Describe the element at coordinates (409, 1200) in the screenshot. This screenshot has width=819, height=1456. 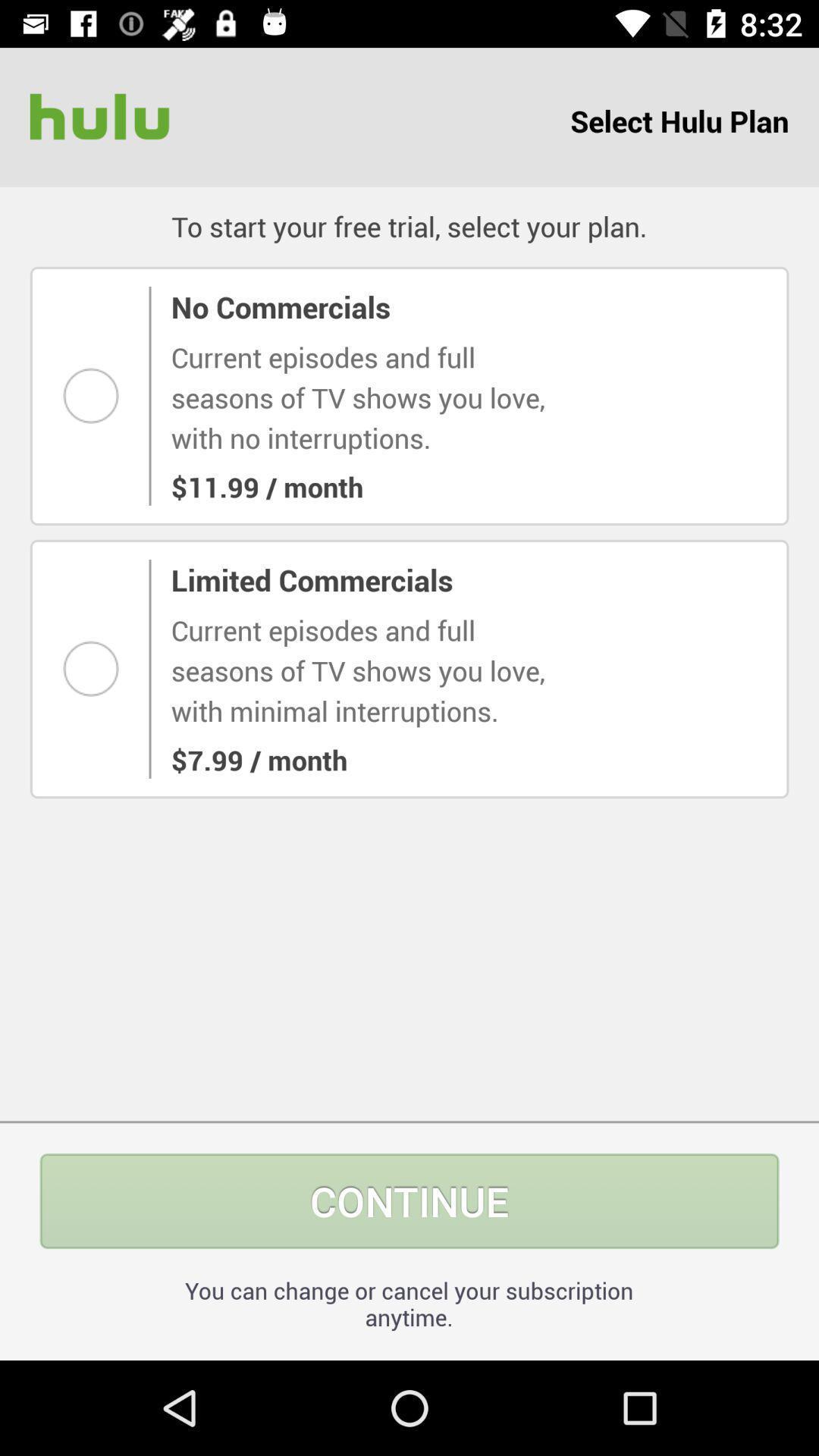
I see `continue icon` at that location.